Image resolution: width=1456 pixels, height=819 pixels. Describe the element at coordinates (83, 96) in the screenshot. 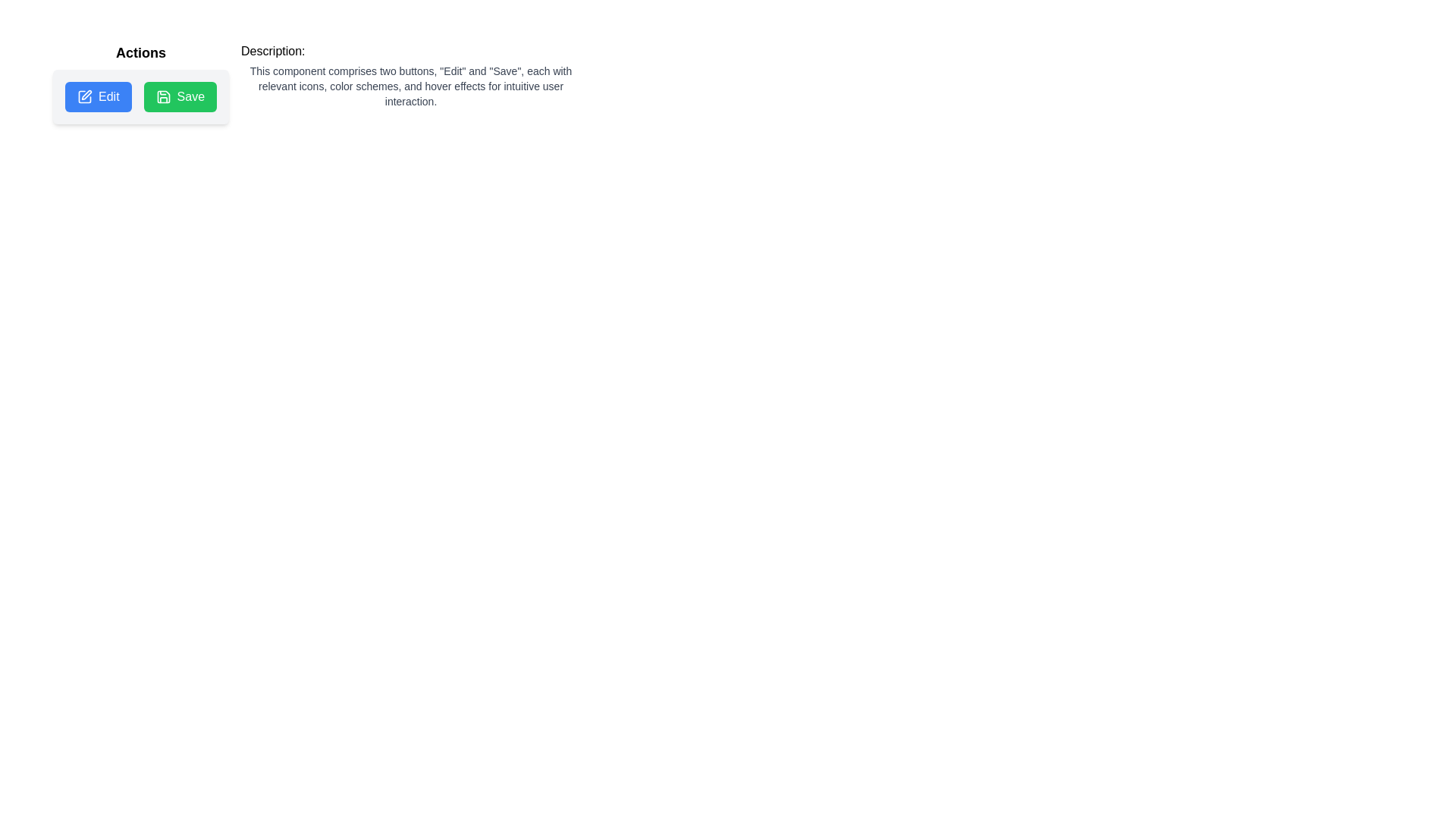

I see `the 'Edit' SVG icon, which visually reinforces the 'Edit' action and is positioned to the left of the 'Edit' text` at that location.